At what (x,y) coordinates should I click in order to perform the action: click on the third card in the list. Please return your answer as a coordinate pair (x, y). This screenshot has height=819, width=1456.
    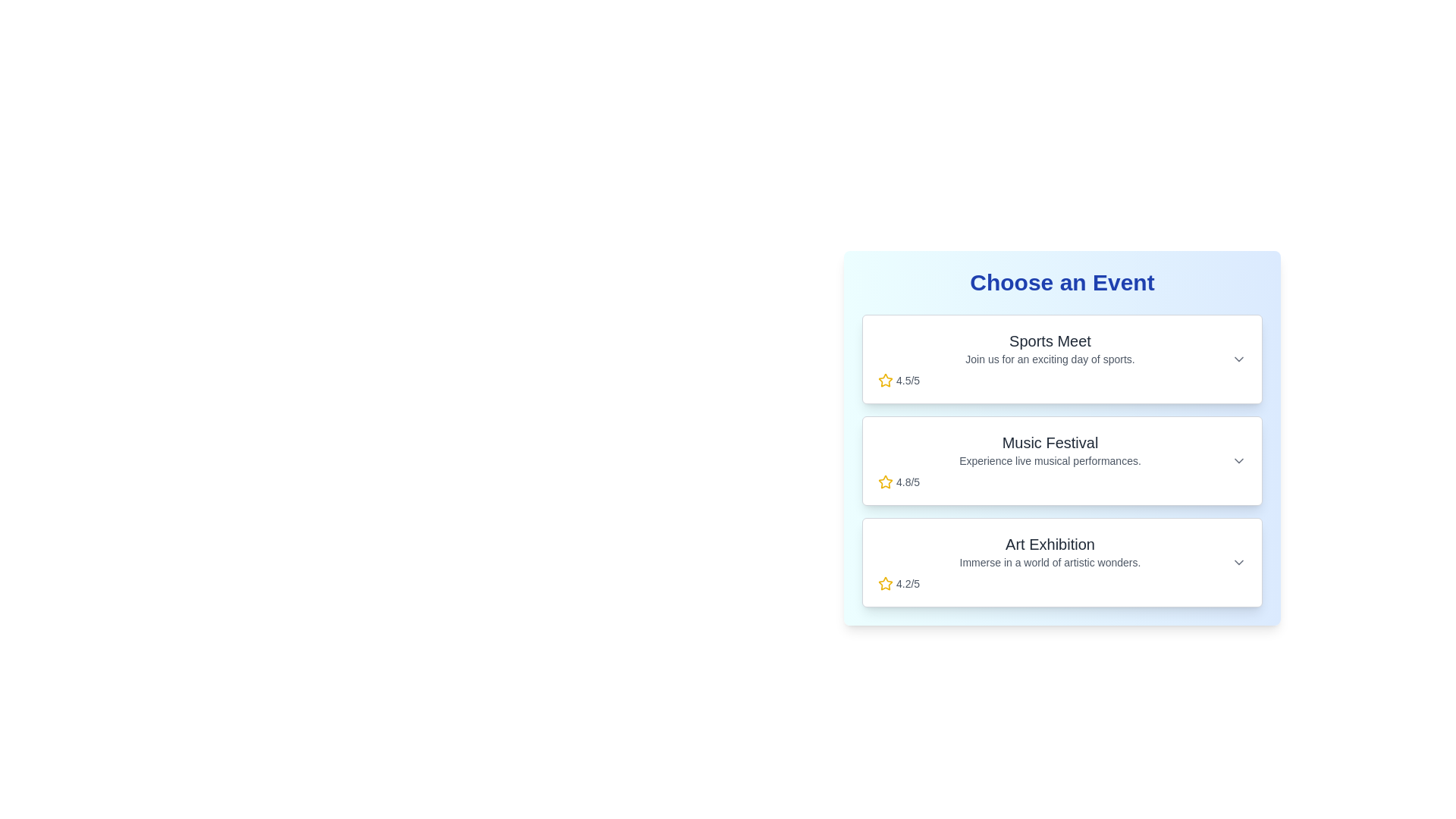
    Looking at the image, I should click on (1062, 562).